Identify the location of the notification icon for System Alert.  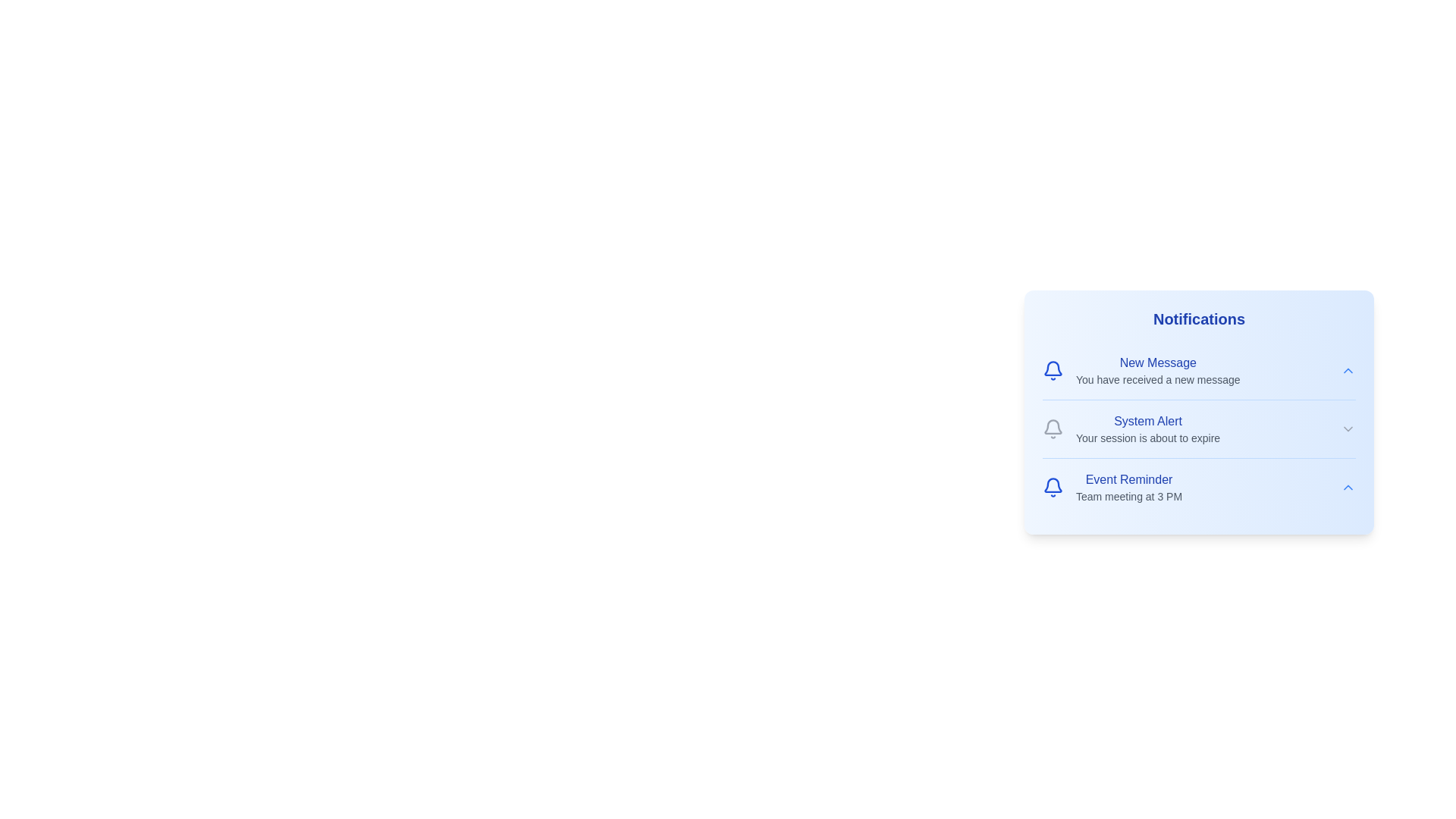
(1052, 429).